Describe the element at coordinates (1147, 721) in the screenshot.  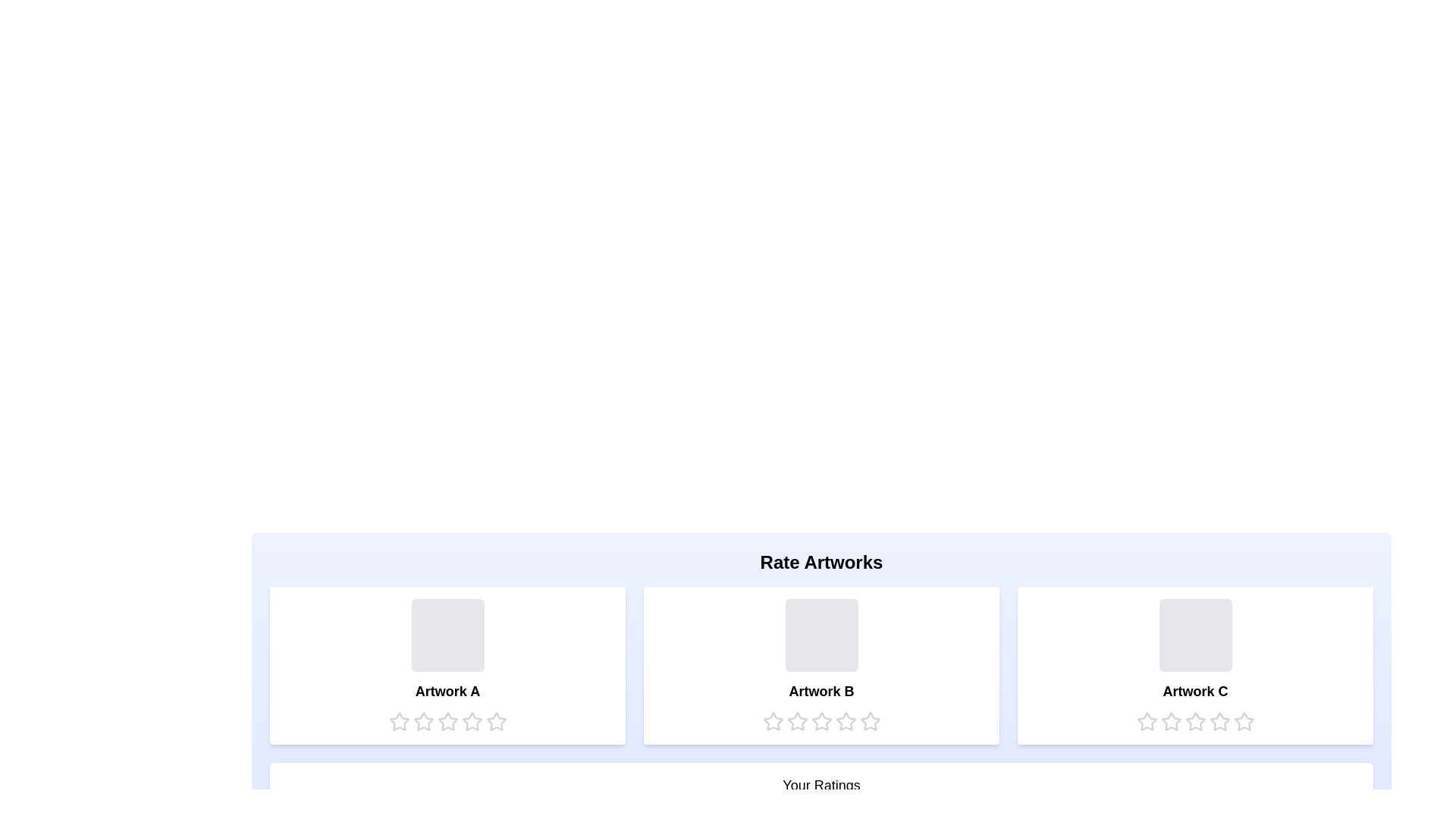
I see `the star corresponding to the rating 1 for the artwork Artwork C` at that location.